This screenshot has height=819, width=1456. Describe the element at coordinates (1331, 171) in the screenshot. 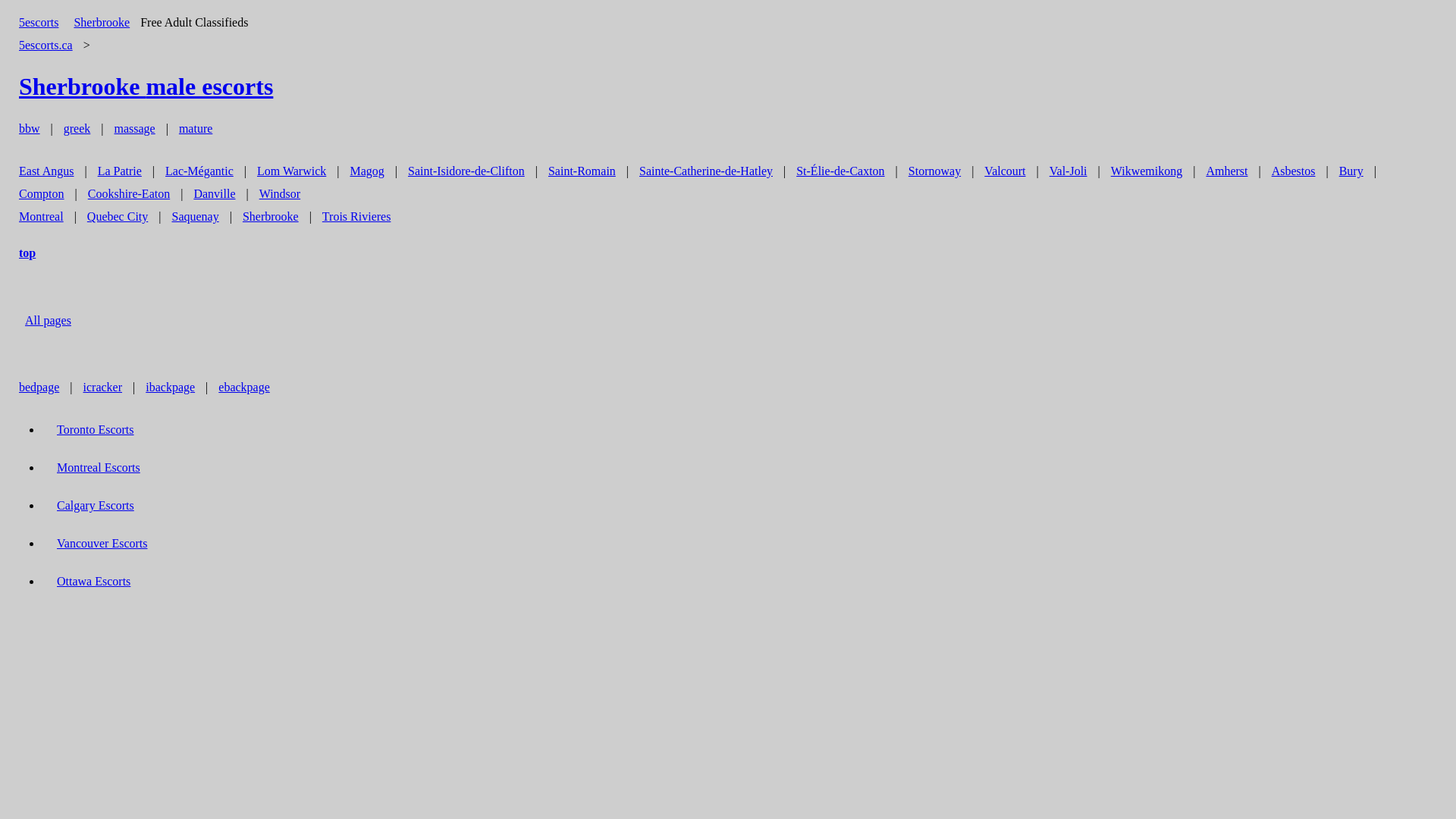

I see `'Bury'` at that location.